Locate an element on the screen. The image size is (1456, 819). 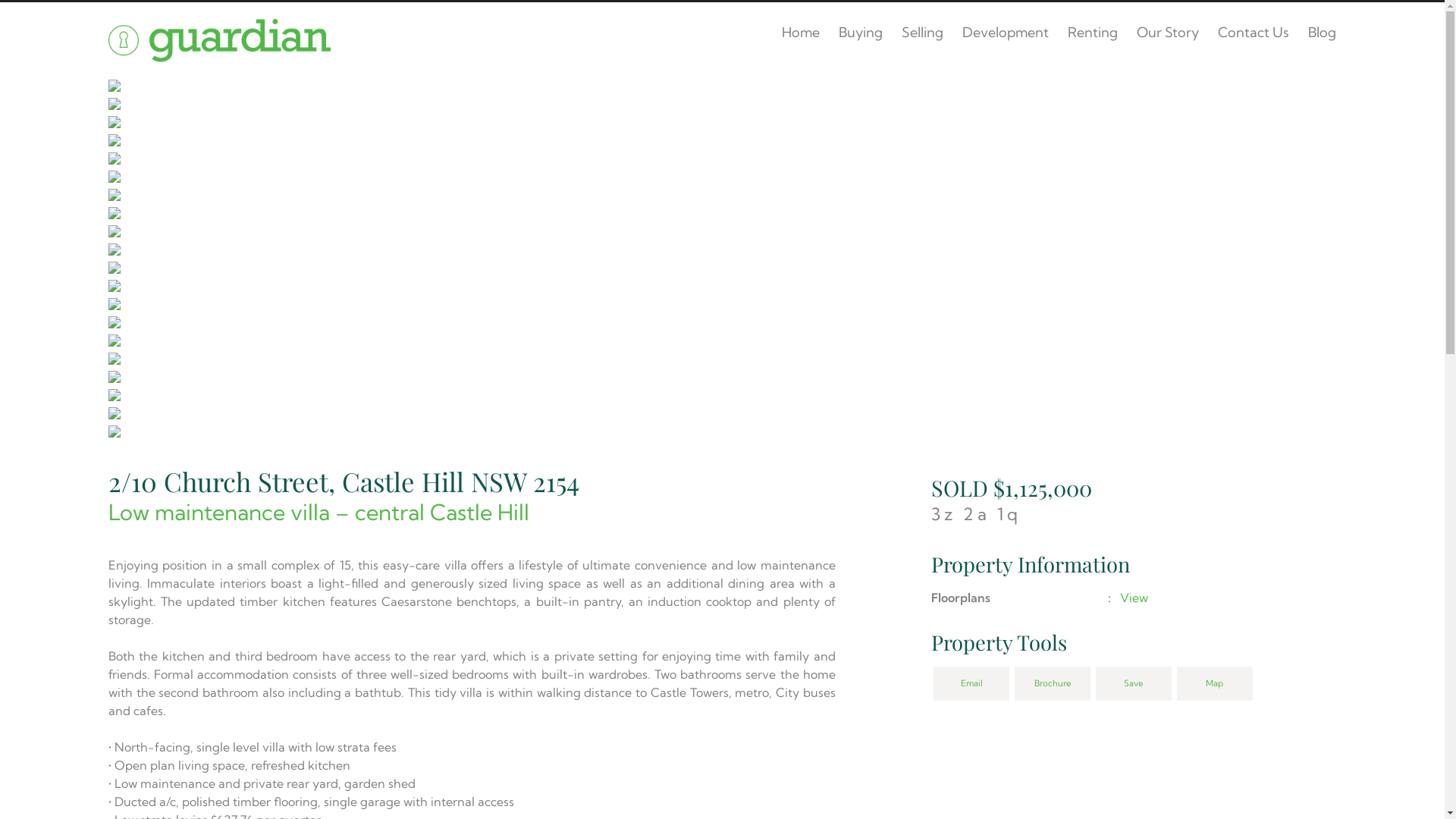
'Blog' is located at coordinates (1321, 32).